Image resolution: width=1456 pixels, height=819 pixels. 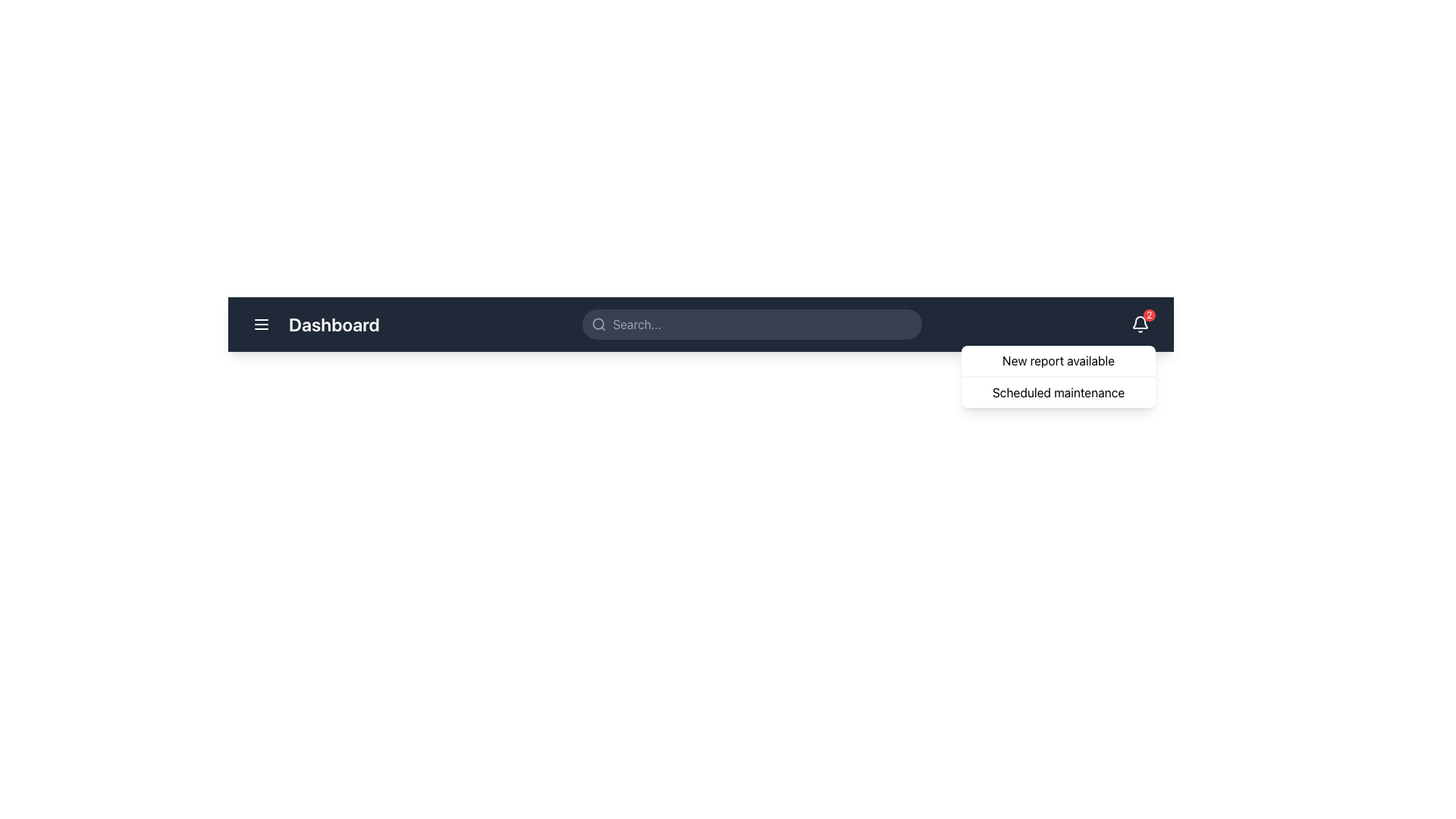 What do you see at coordinates (333, 324) in the screenshot?
I see `the 'Dashboard' text label, which is styled in bold white font on a dark blue background, located in the center-left portion of the navigation bar` at bounding box center [333, 324].